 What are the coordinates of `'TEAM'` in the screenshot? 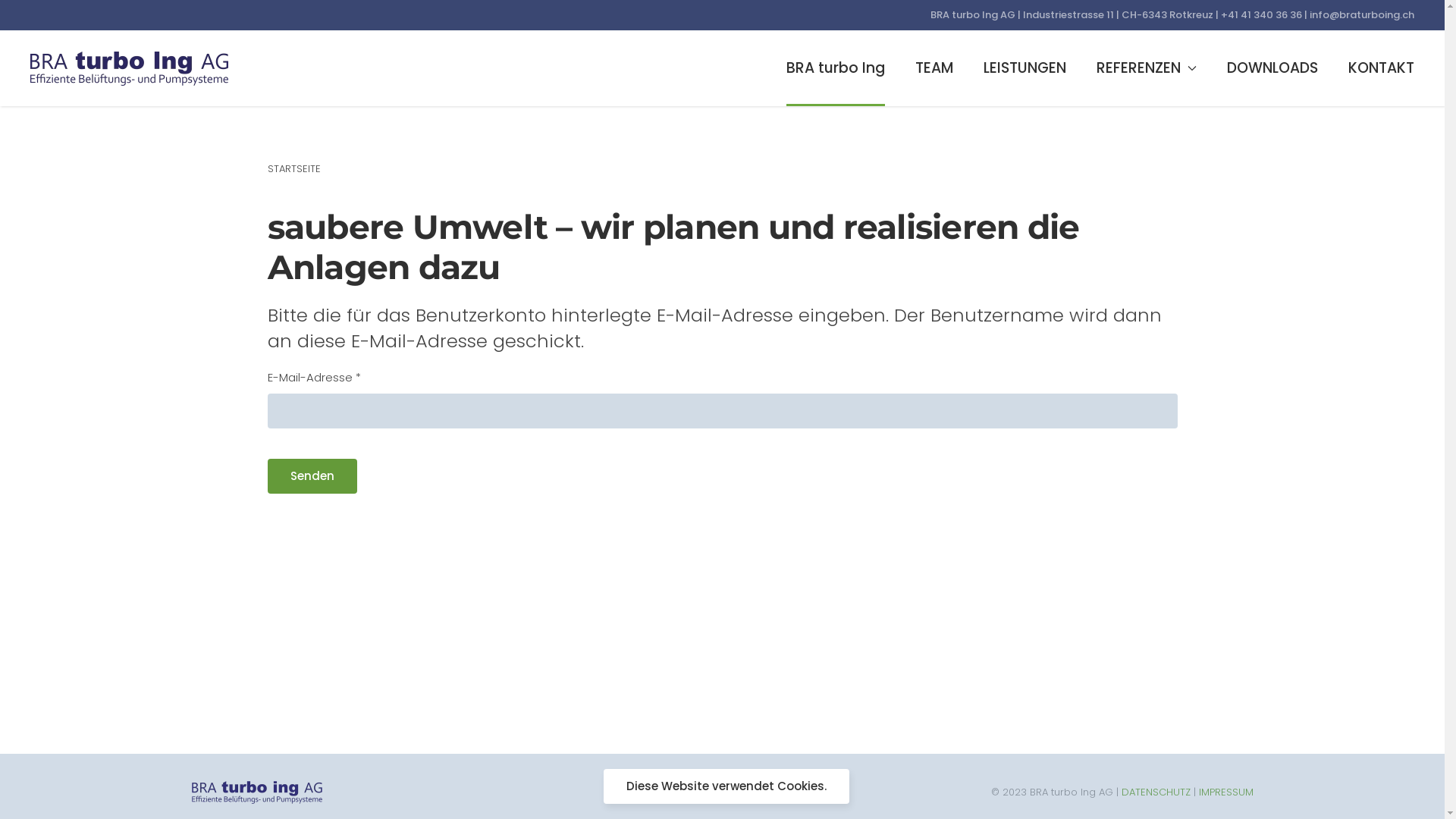 It's located at (934, 67).